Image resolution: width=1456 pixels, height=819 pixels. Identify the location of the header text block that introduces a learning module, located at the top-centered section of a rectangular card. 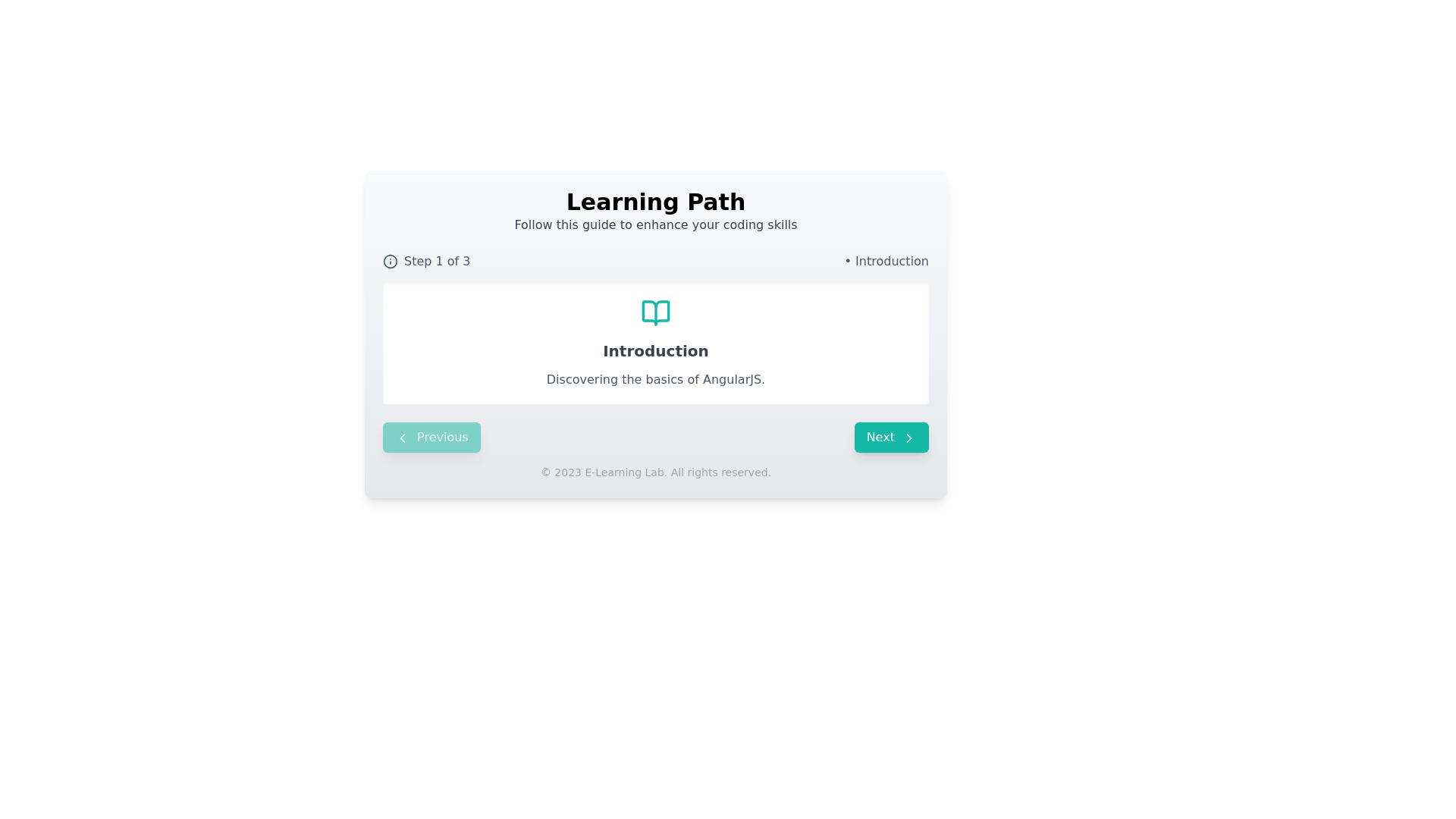
(655, 211).